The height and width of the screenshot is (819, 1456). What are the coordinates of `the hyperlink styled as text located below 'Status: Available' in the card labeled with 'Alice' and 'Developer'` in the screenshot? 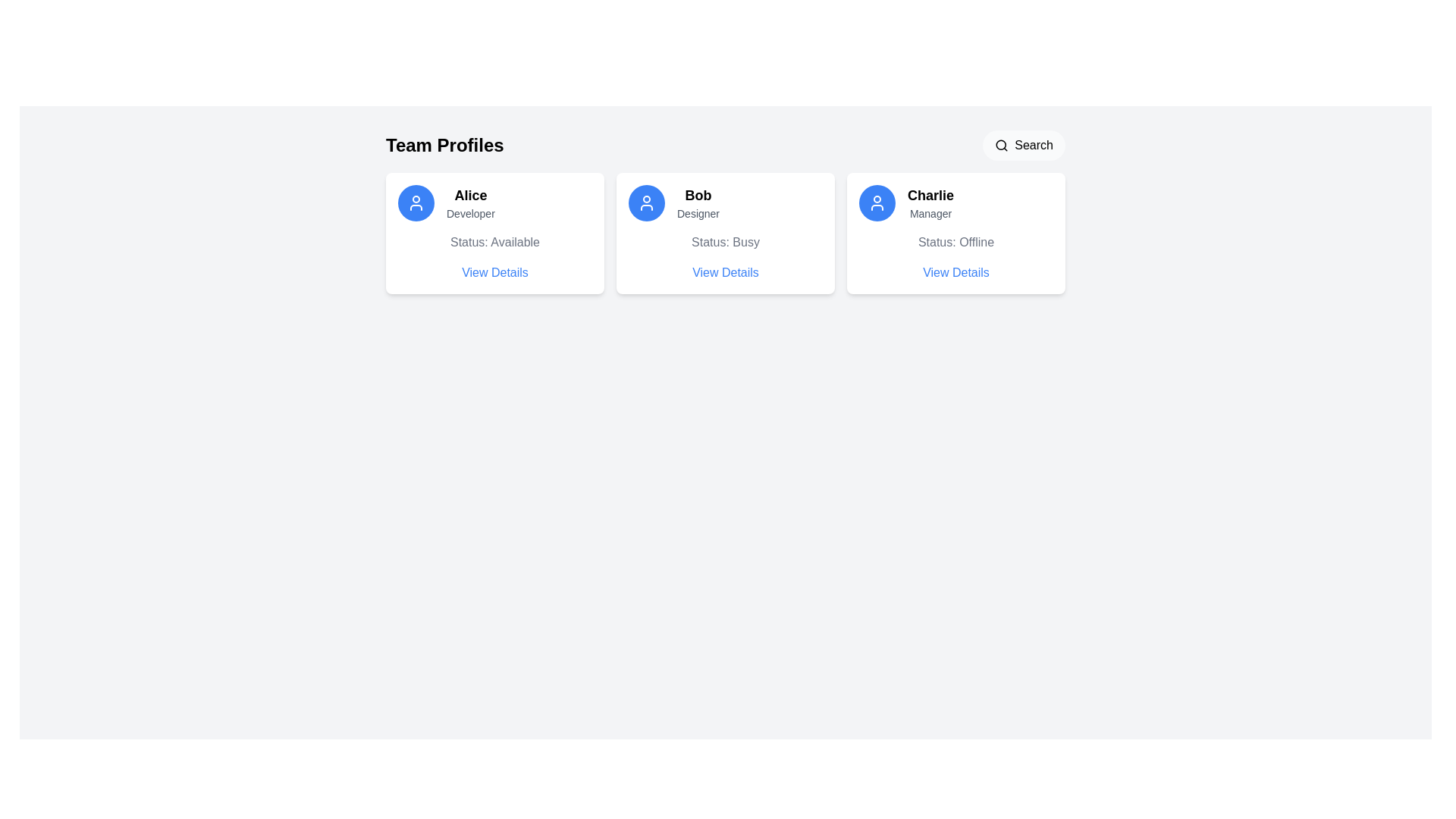 It's located at (494, 271).